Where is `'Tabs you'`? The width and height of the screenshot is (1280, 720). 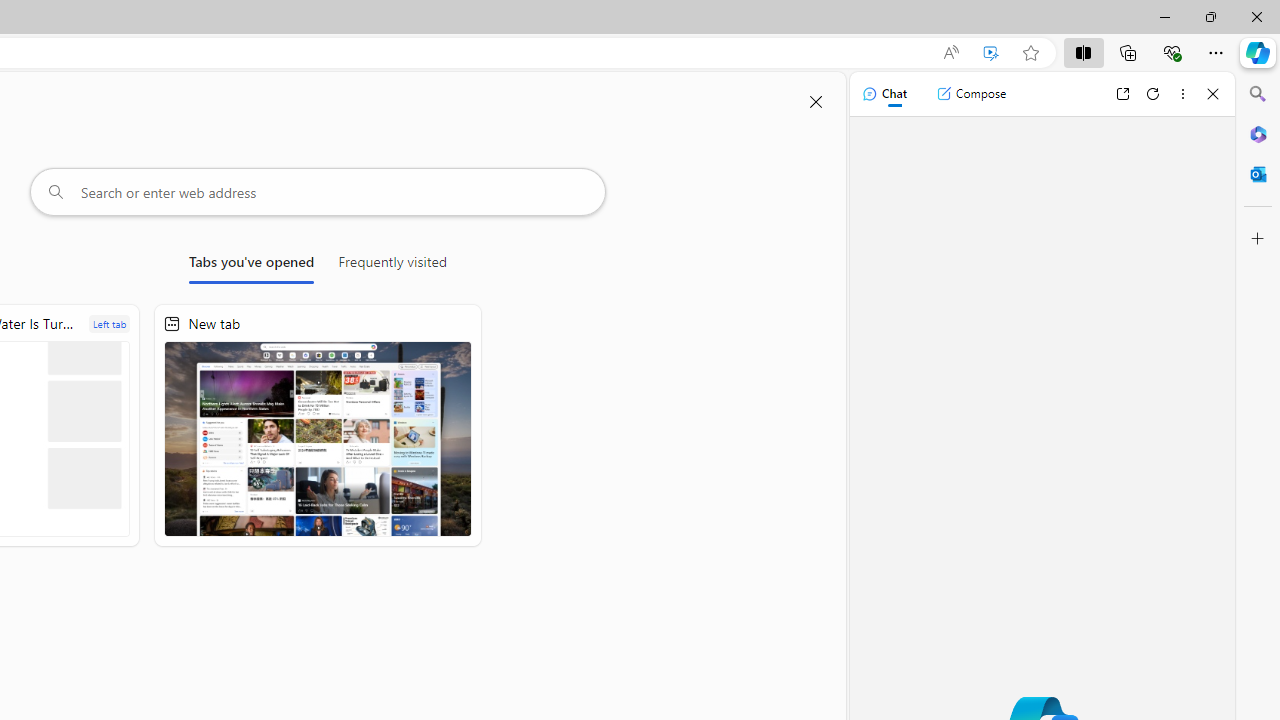
'Tabs you' is located at coordinates (250, 265).